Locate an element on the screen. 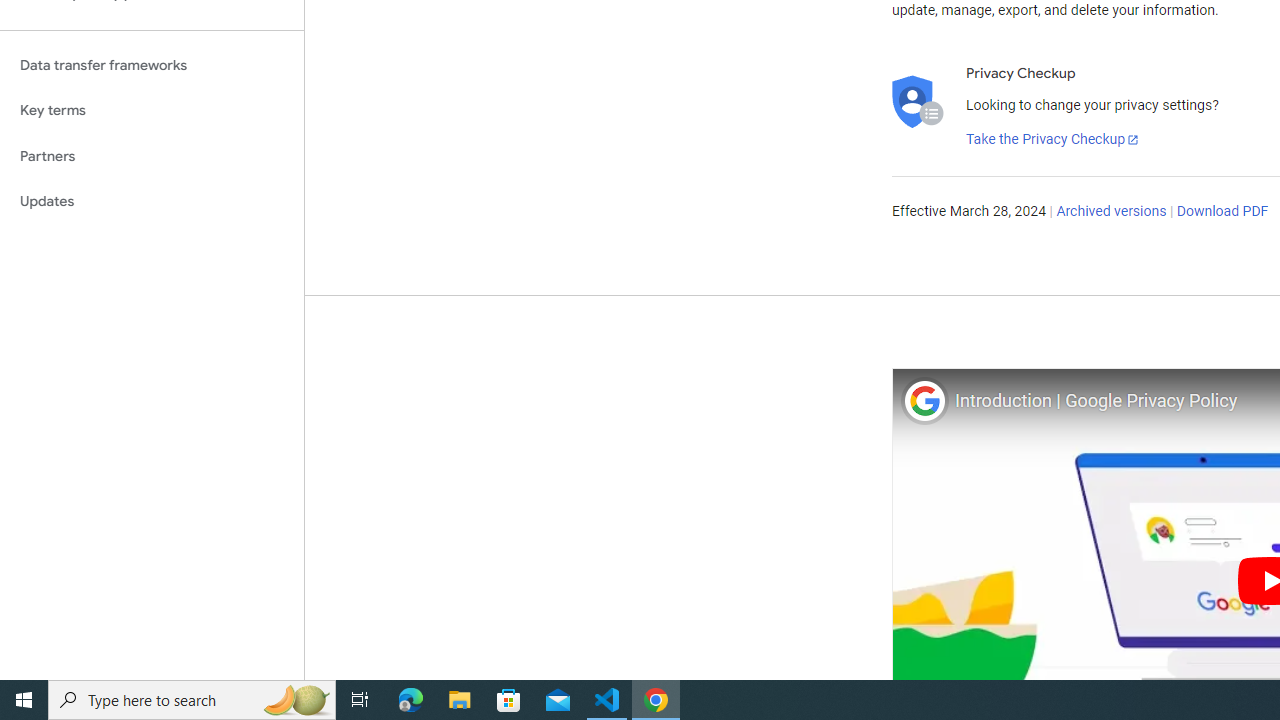 The width and height of the screenshot is (1280, 720). 'Download PDF' is located at coordinates (1221, 212).